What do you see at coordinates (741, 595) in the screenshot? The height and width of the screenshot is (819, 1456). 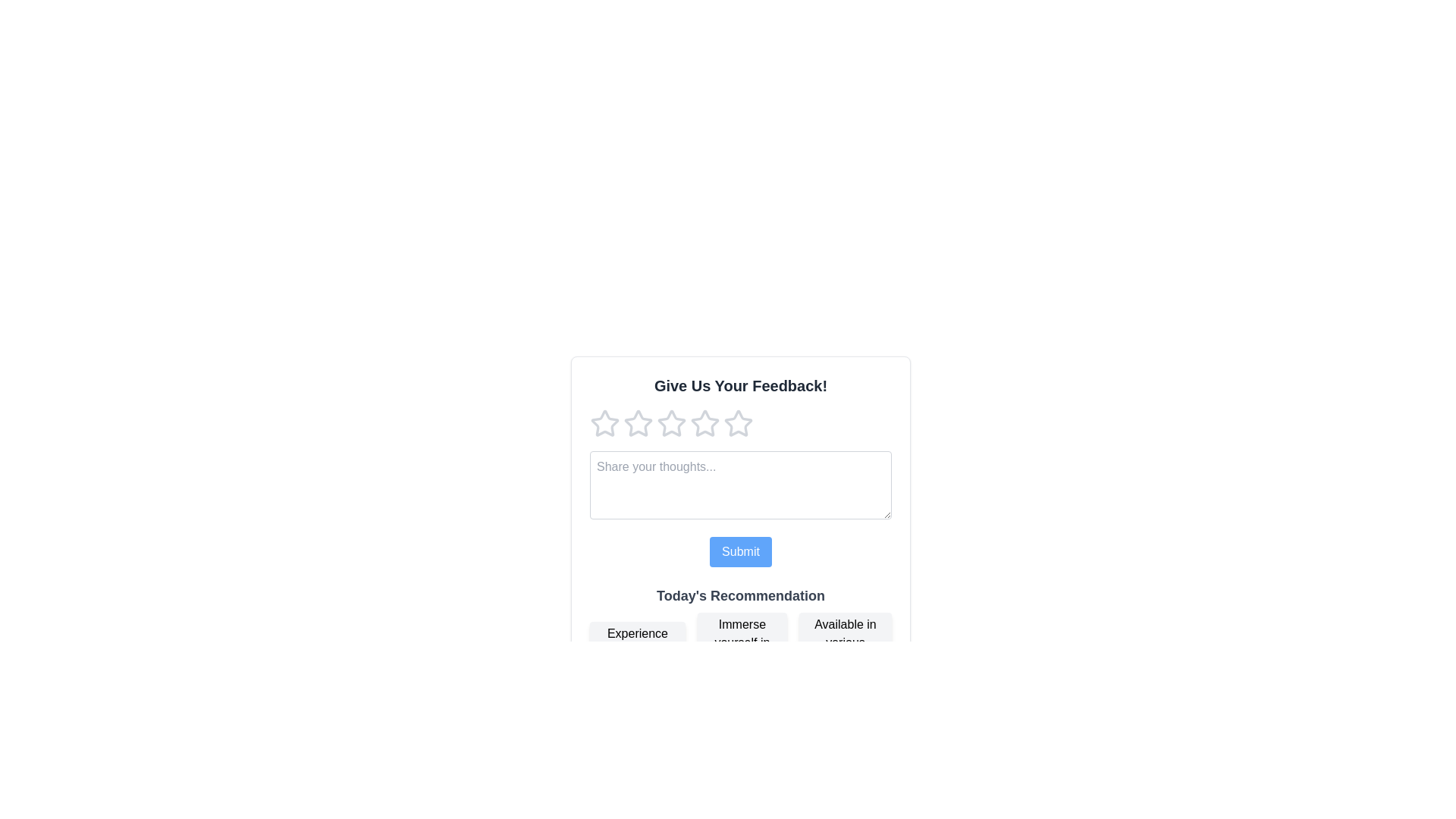 I see `the bold text label displaying 'Today's Recommendation', which is styled in gray and serves as a section heading above the button phrases` at bounding box center [741, 595].